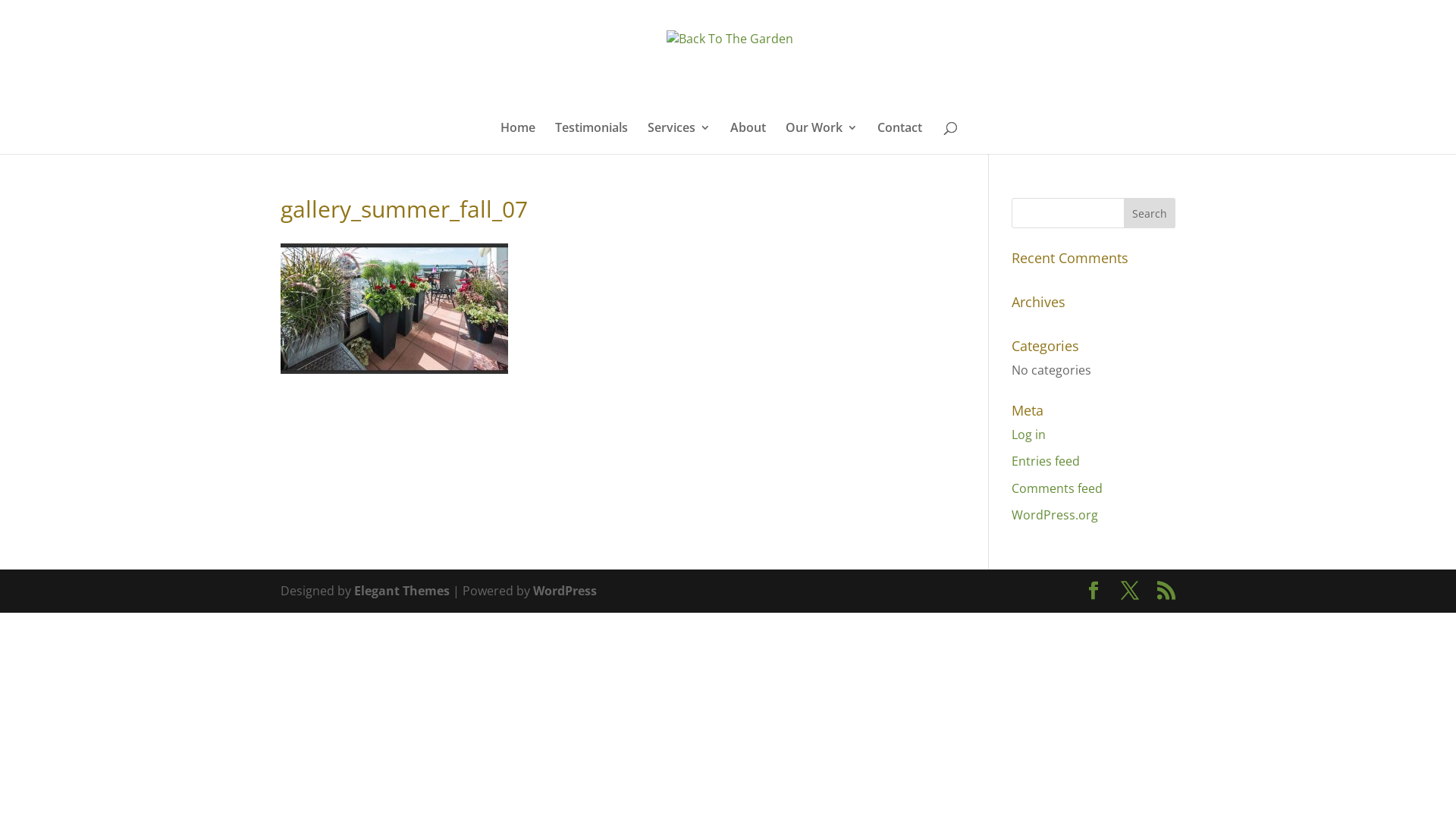 Image resolution: width=1456 pixels, height=819 pixels. I want to click on 'Elegant Themes', so click(353, 590).